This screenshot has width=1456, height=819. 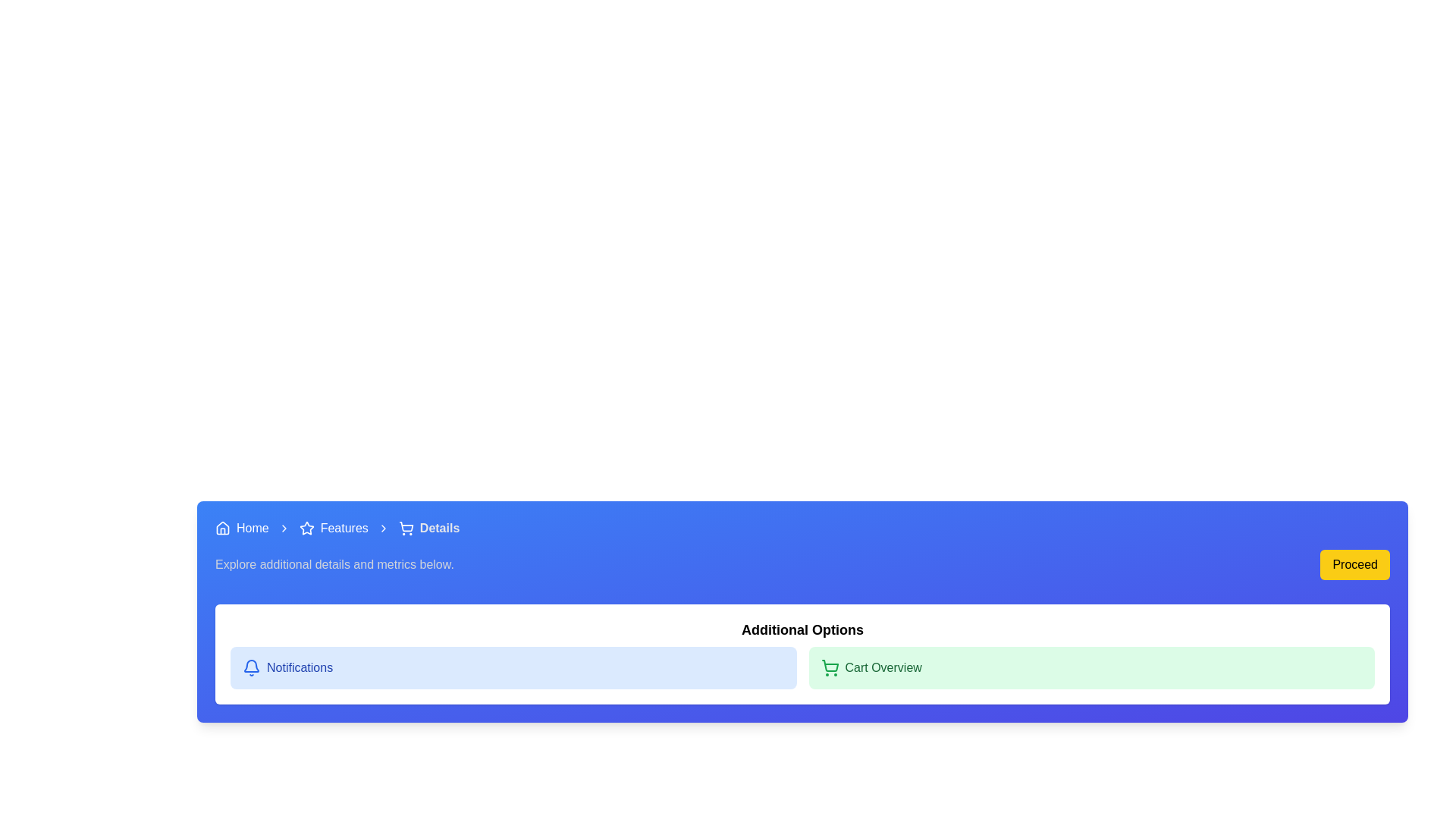 I want to click on the star-shaped icon with a blue background and white border located adjacent to the 'Features' text label in the horizontal navigation bar, so click(x=306, y=528).